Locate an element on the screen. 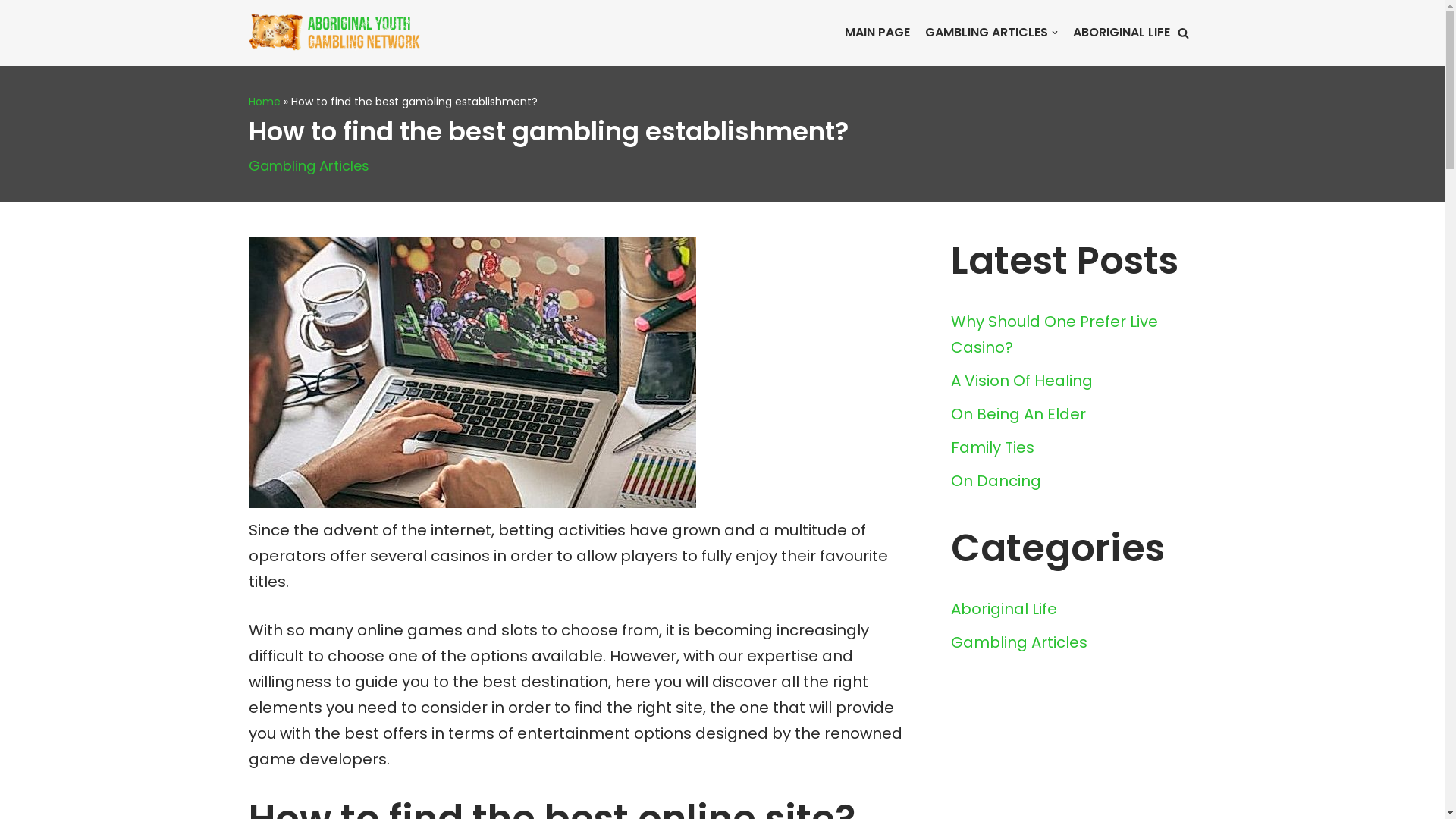 Image resolution: width=1456 pixels, height=819 pixels. 'A Vision Of Healing' is located at coordinates (1021, 379).